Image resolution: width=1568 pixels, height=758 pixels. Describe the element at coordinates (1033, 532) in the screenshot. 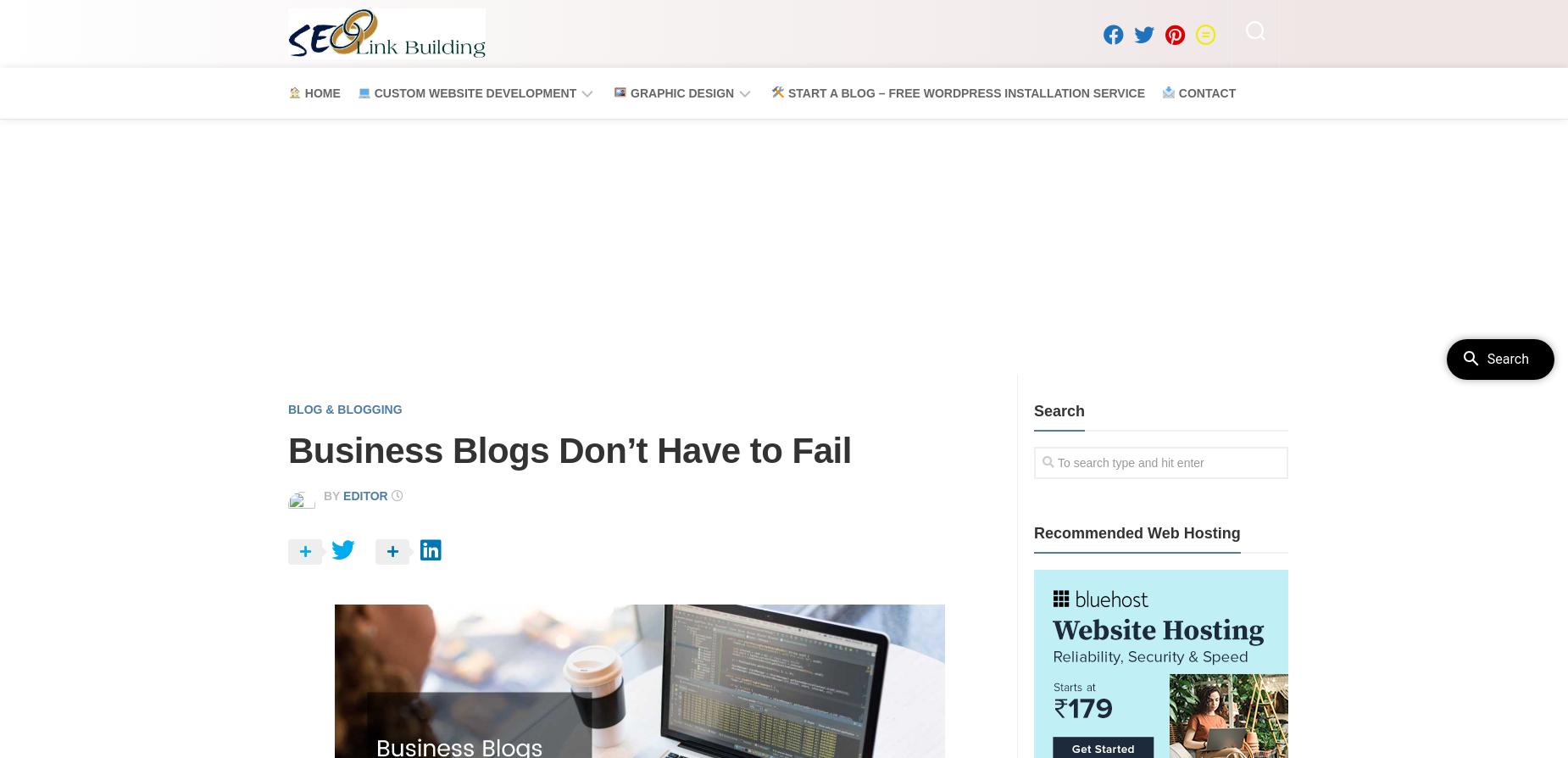

I see `'Recommended Web Hosting'` at that location.